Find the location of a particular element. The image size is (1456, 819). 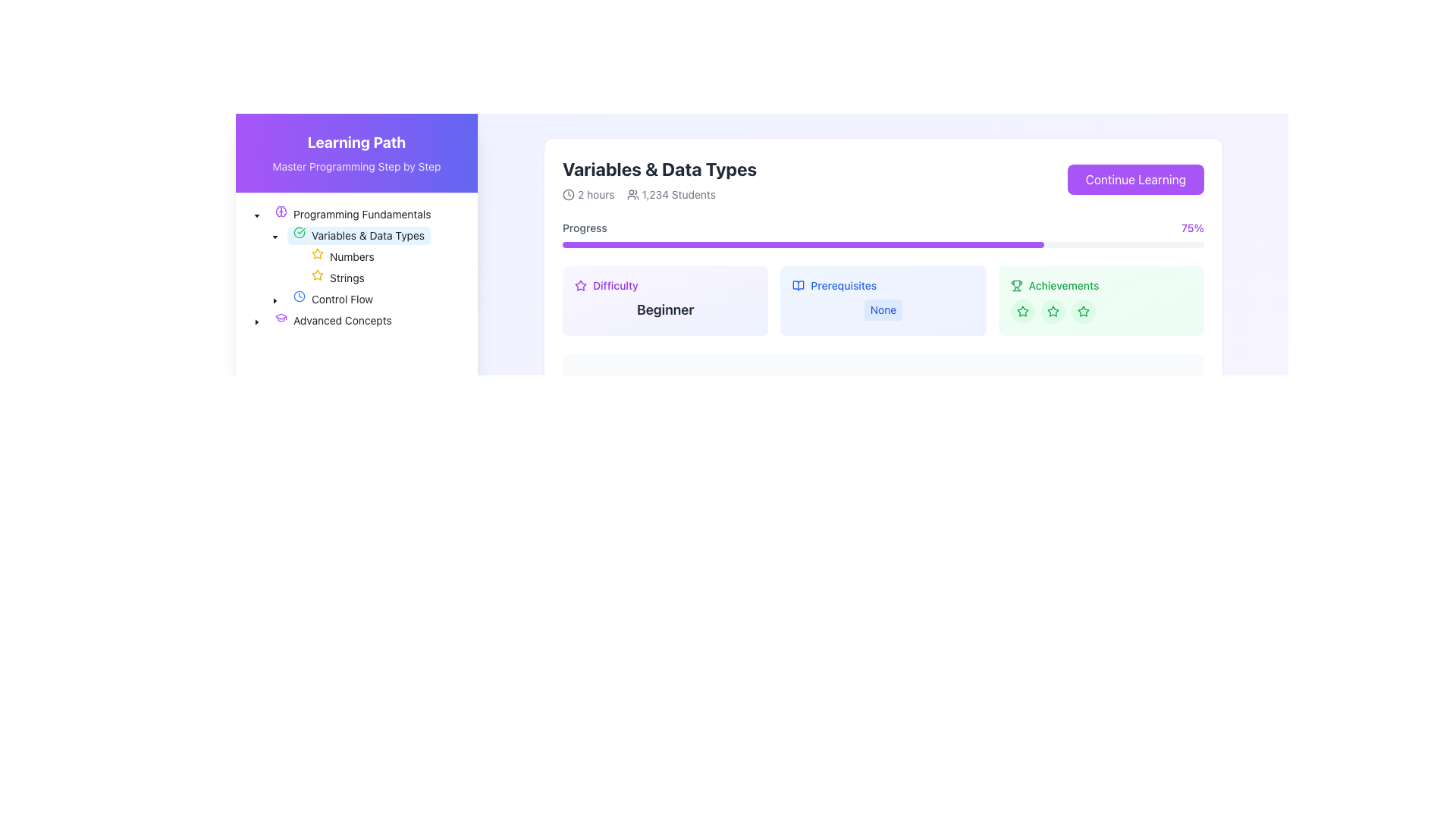

the 'Numbers' text label with the yellow star icon for keyboard navigation is located at coordinates (342, 256).